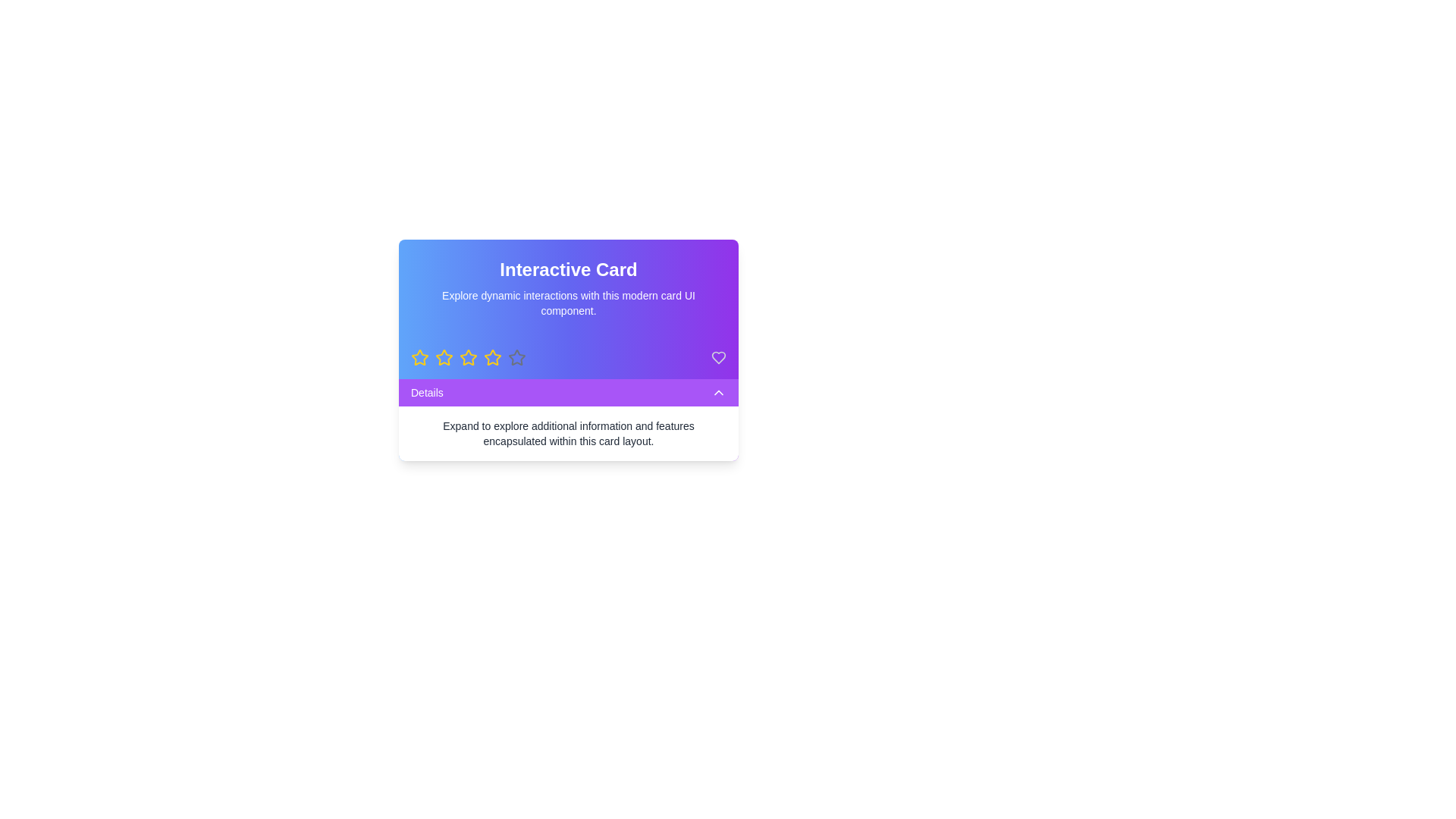 The height and width of the screenshot is (819, 1456). What do you see at coordinates (718, 391) in the screenshot?
I see `the upward-pointing chevron icon located to the far-right inside the 'Details' purple bar` at bounding box center [718, 391].